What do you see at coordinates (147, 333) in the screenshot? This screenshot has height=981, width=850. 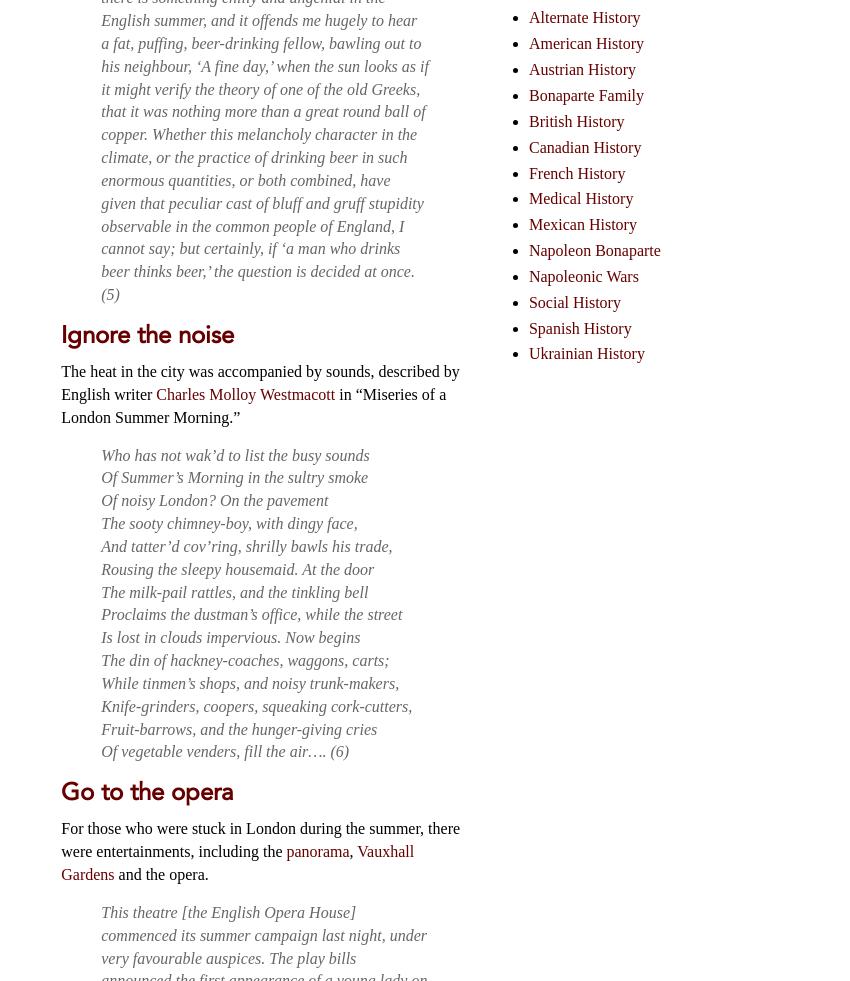 I see `'Ignore the noise'` at bounding box center [147, 333].